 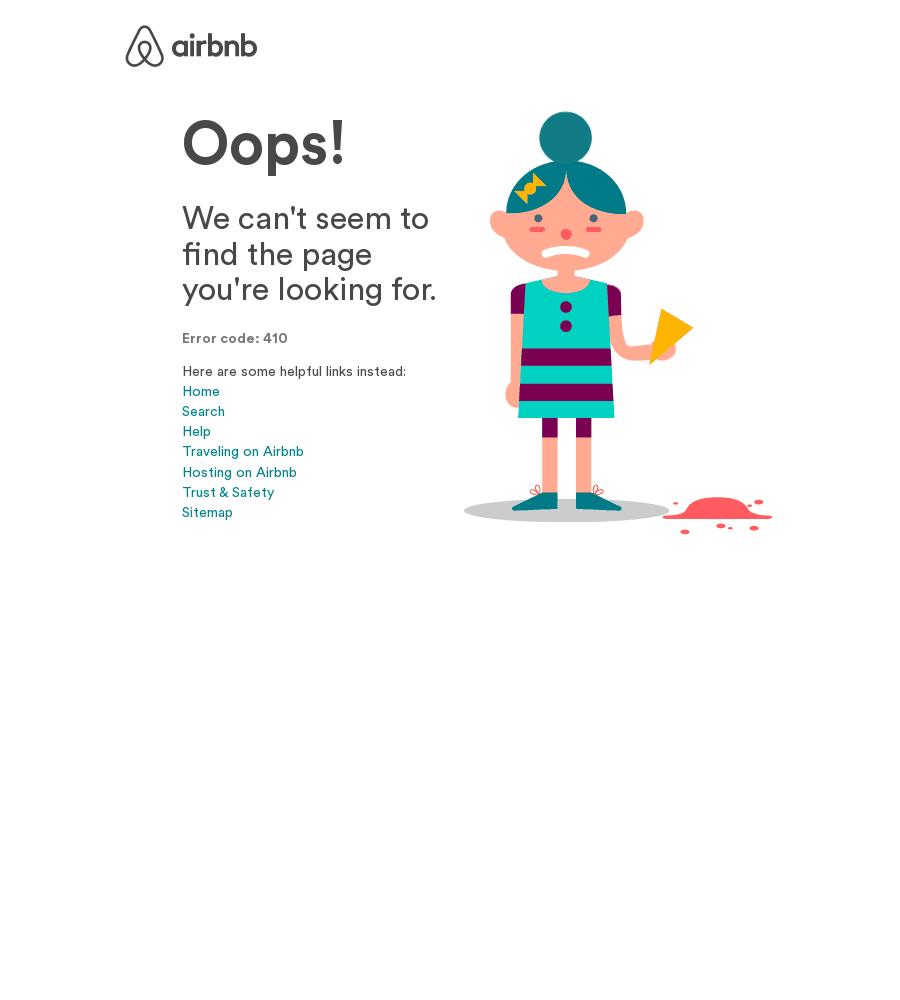 What do you see at coordinates (233, 337) in the screenshot?
I see `'Error code: 410'` at bounding box center [233, 337].